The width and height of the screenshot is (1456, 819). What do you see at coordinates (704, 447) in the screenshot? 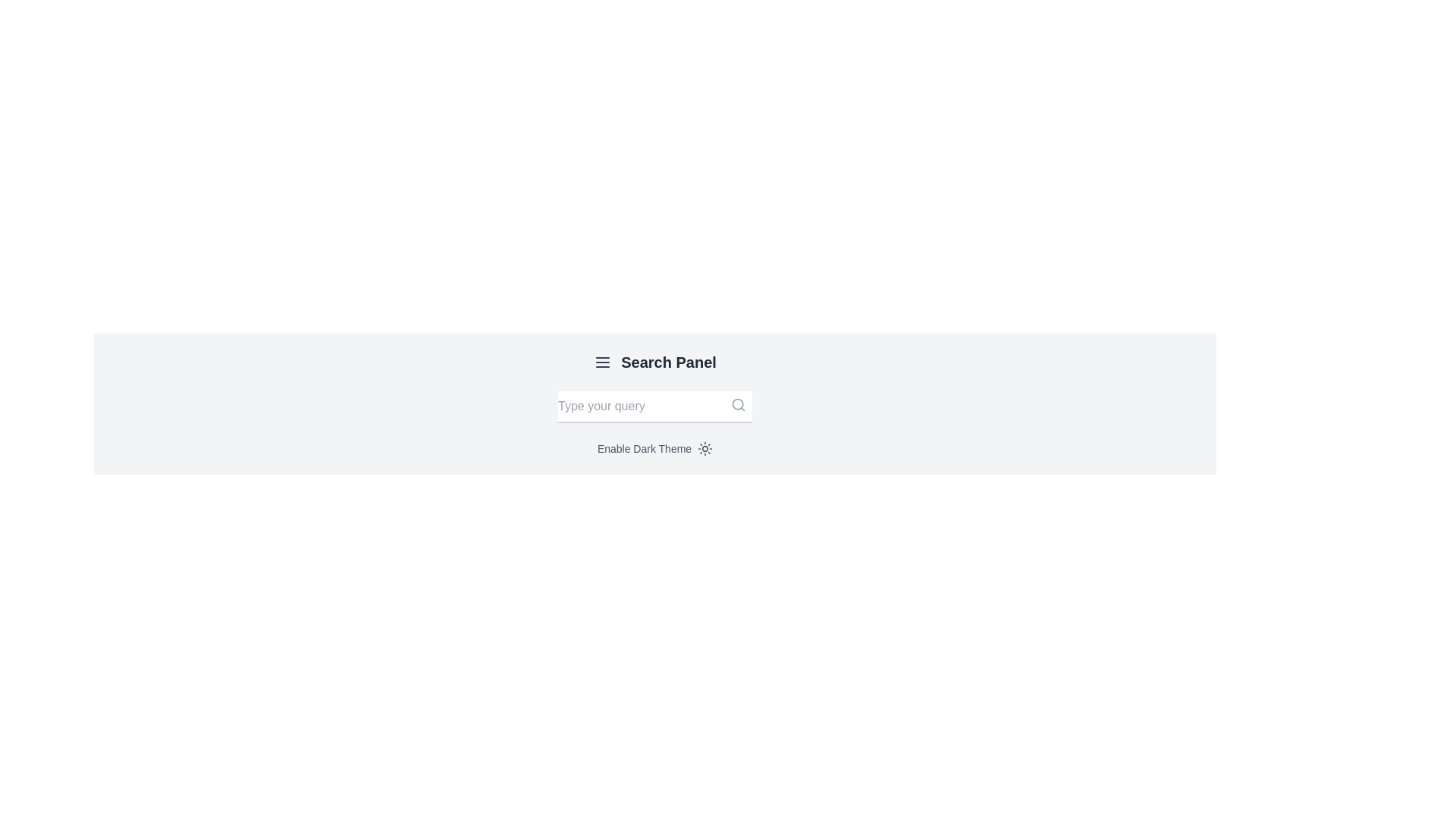
I see `the sun icon located next to the text 'Enable Dark Theme'` at bounding box center [704, 447].